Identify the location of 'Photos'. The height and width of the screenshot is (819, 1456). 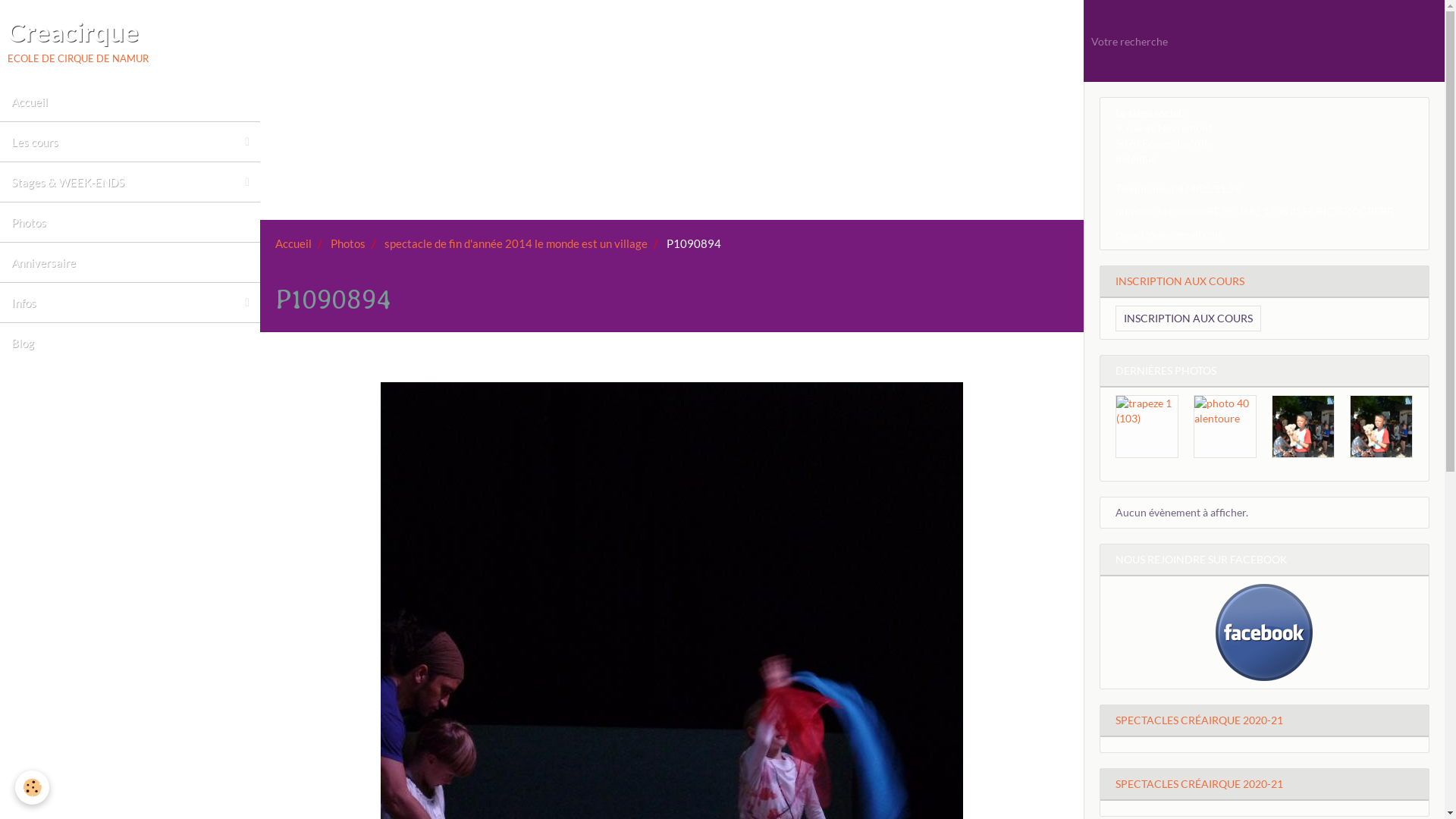
(347, 242).